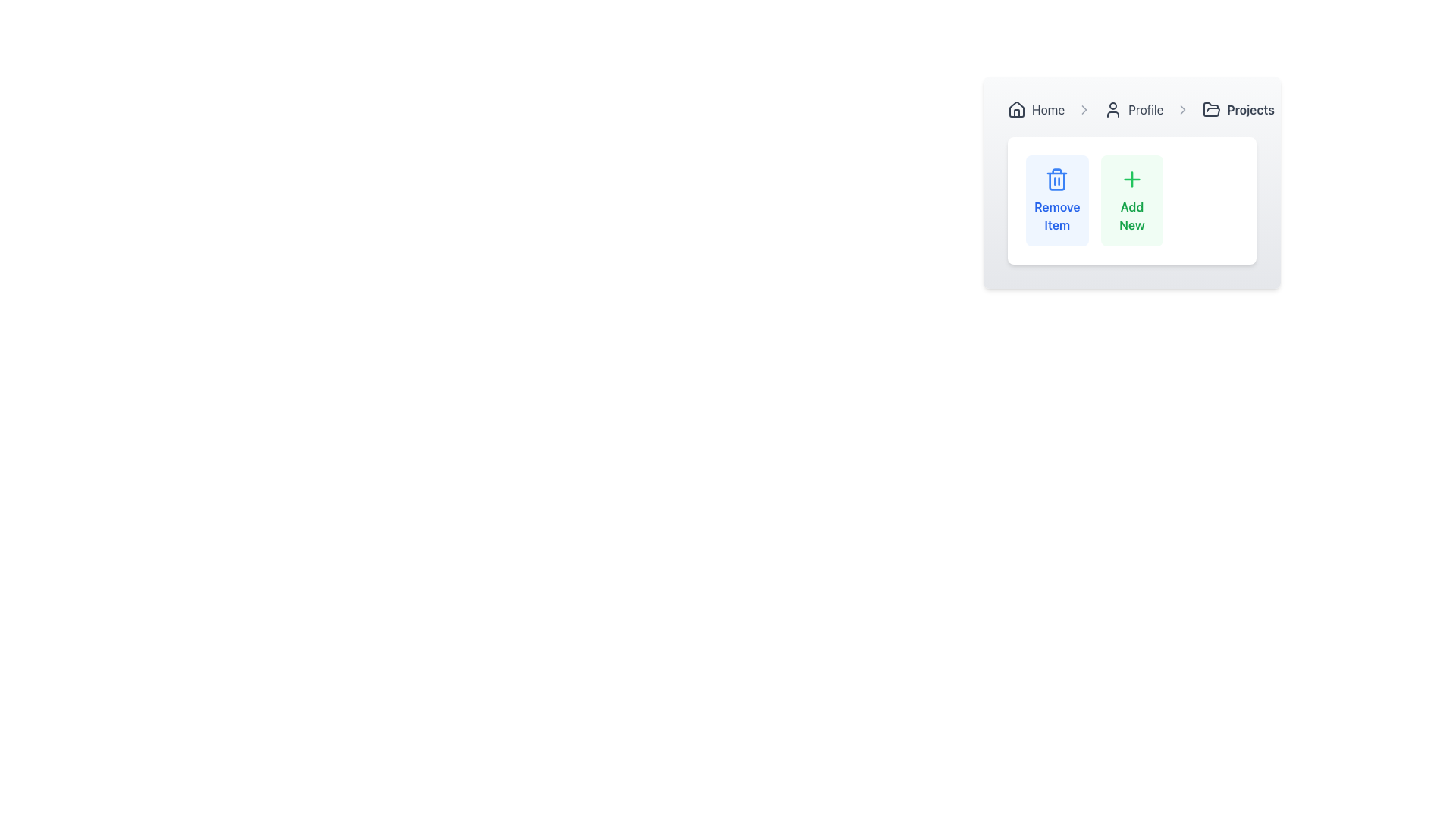  Describe the element at coordinates (1182, 109) in the screenshot. I see `the right chevron icon in the breadcrumb navigation that separates 'Profile' and 'Projects' as a visual cue` at that location.